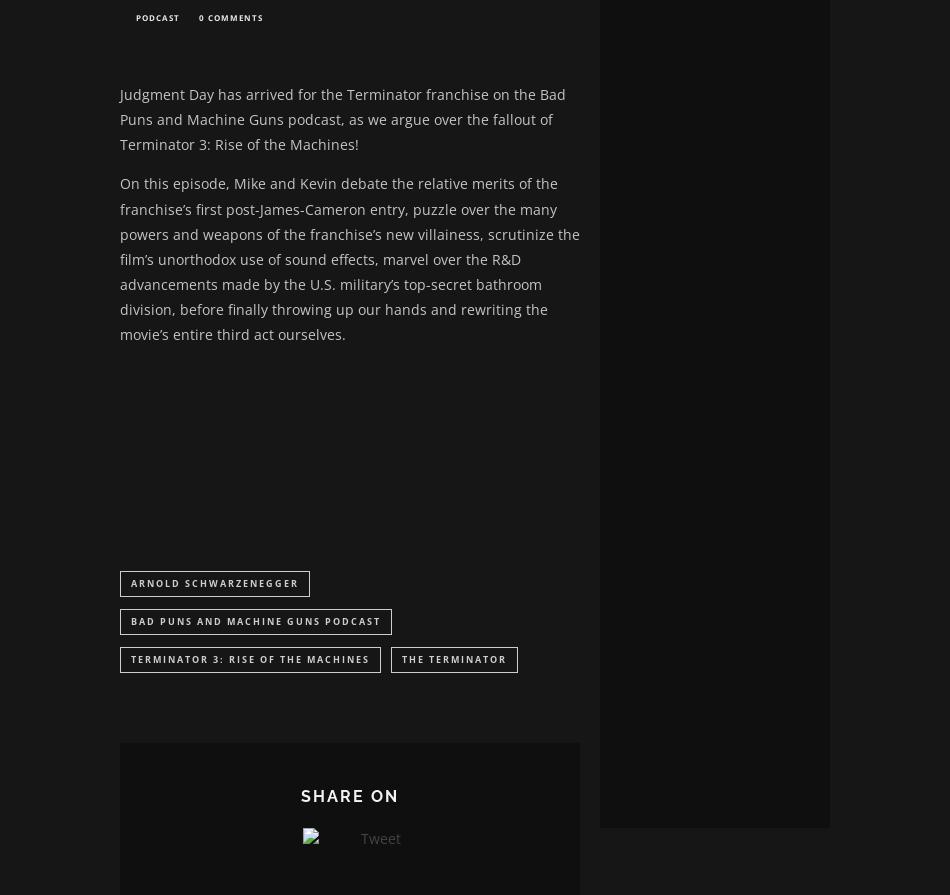 This screenshot has width=950, height=895. What do you see at coordinates (401, 662) in the screenshot?
I see `'The Terminator'` at bounding box center [401, 662].